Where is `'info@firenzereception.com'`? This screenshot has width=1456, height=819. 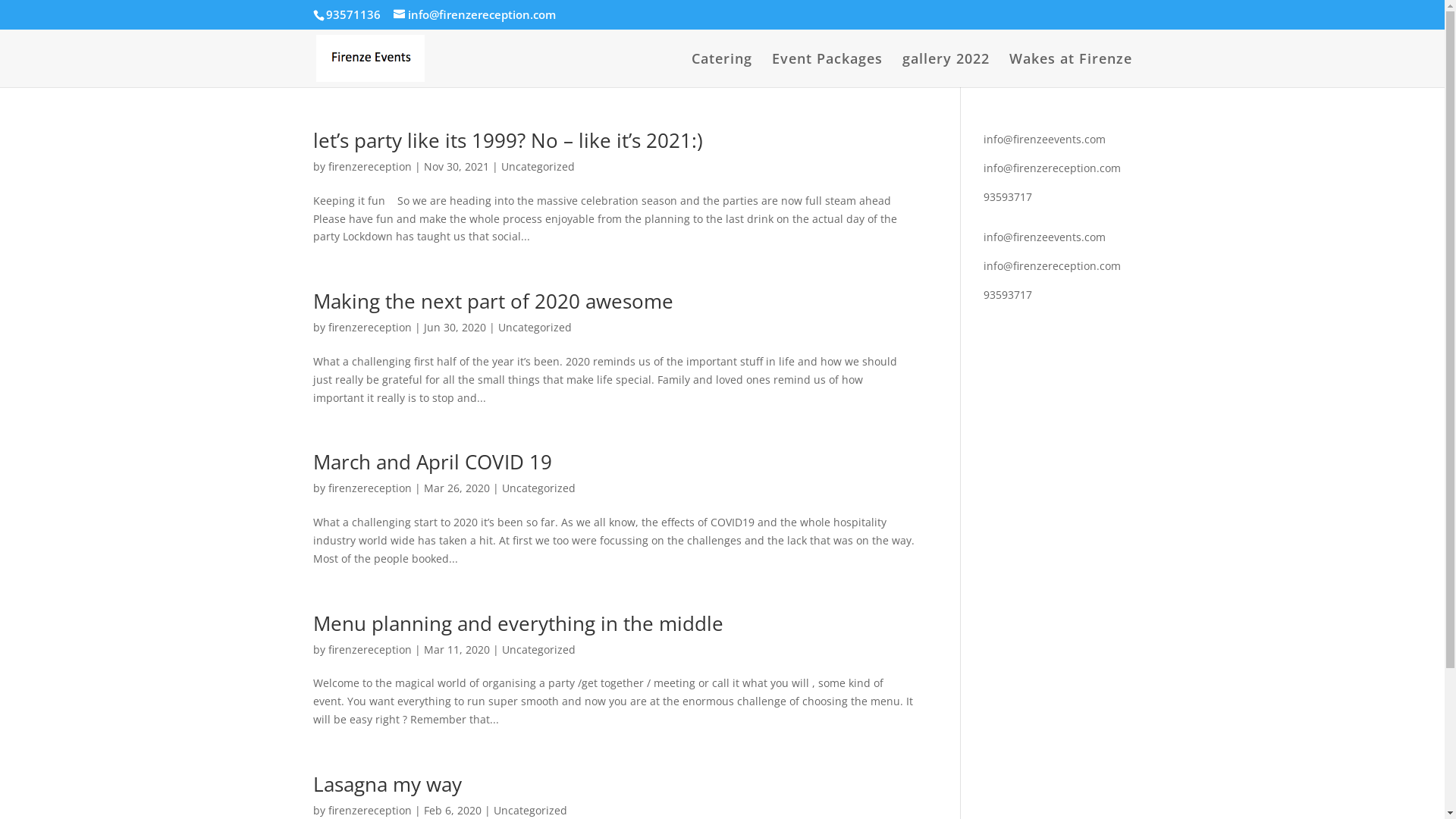 'info@firenzereception.com' is located at coordinates (472, 14).